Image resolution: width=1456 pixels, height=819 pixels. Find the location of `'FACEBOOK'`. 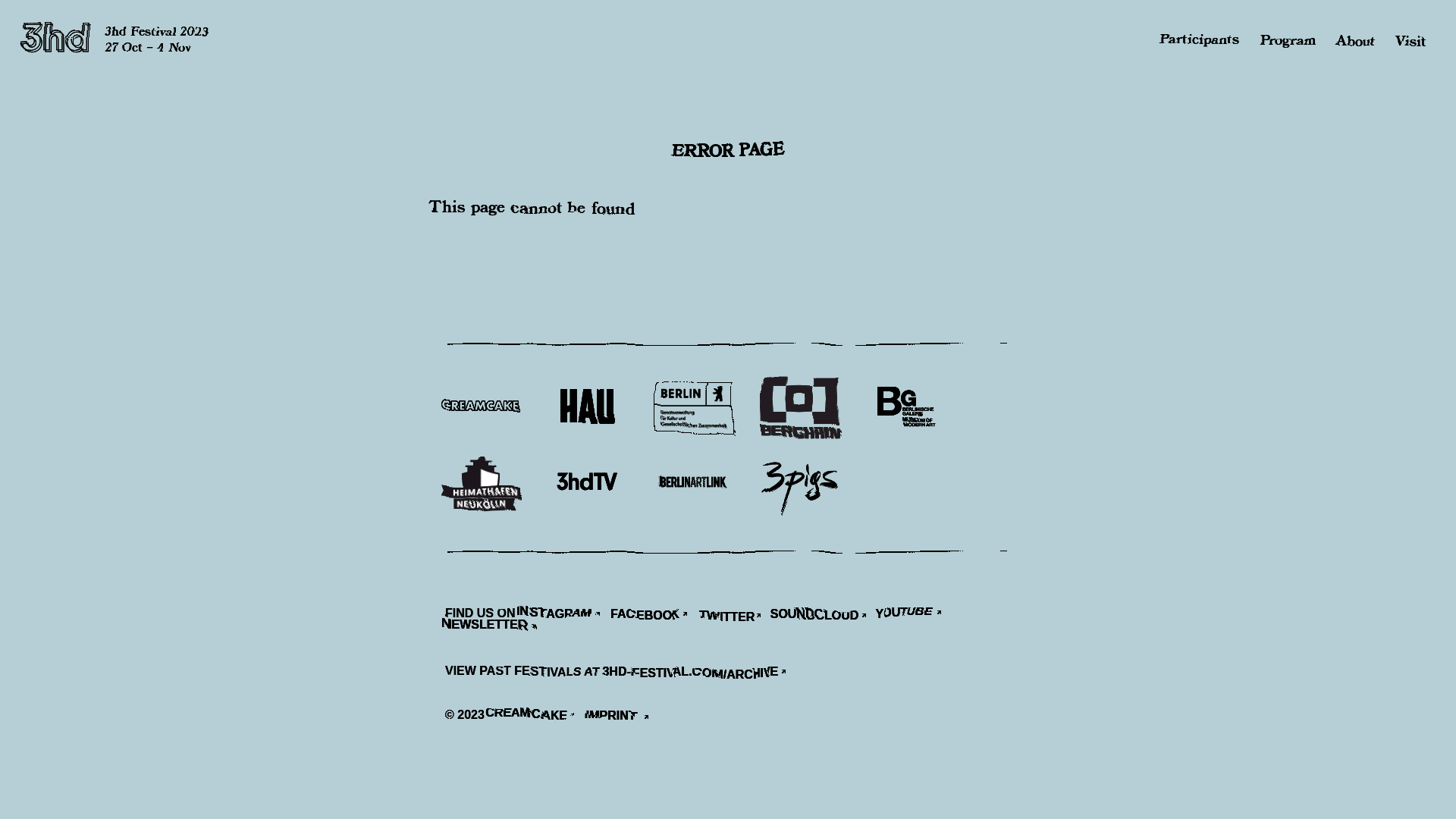

'FACEBOOK' is located at coordinates (654, 615).